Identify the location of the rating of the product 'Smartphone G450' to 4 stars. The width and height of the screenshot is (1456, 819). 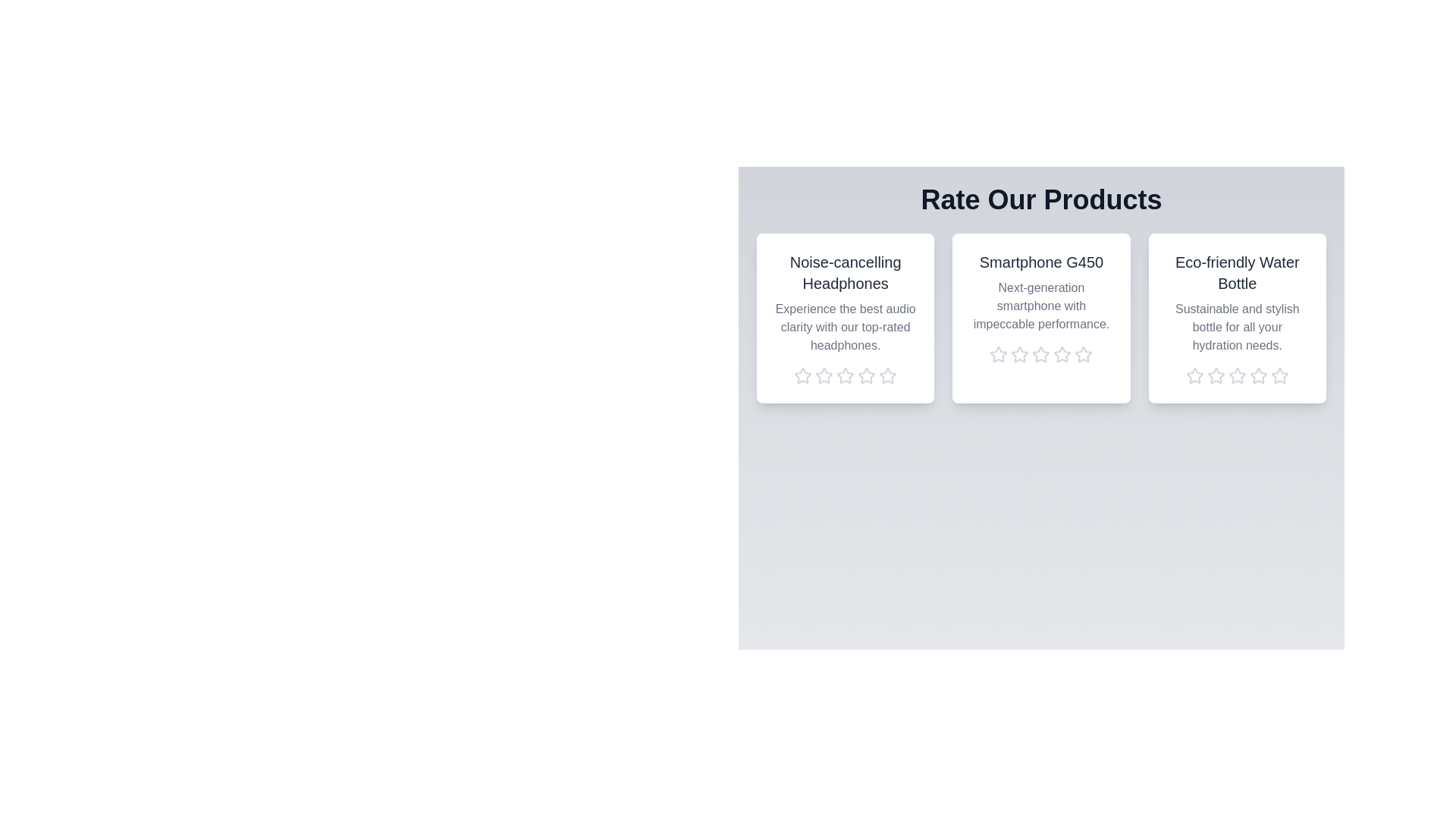
(1062, 354).